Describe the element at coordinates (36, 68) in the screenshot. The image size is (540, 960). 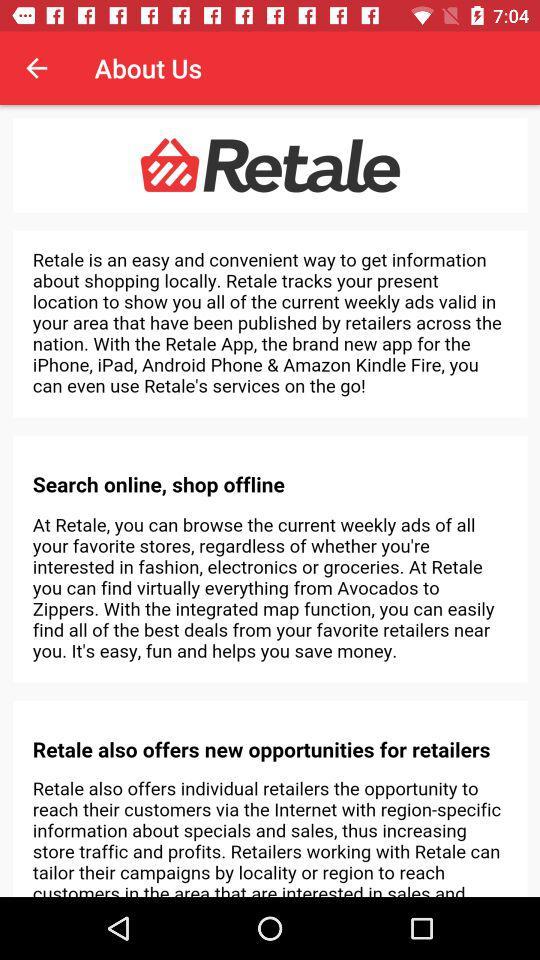
I see `previous` at that location.